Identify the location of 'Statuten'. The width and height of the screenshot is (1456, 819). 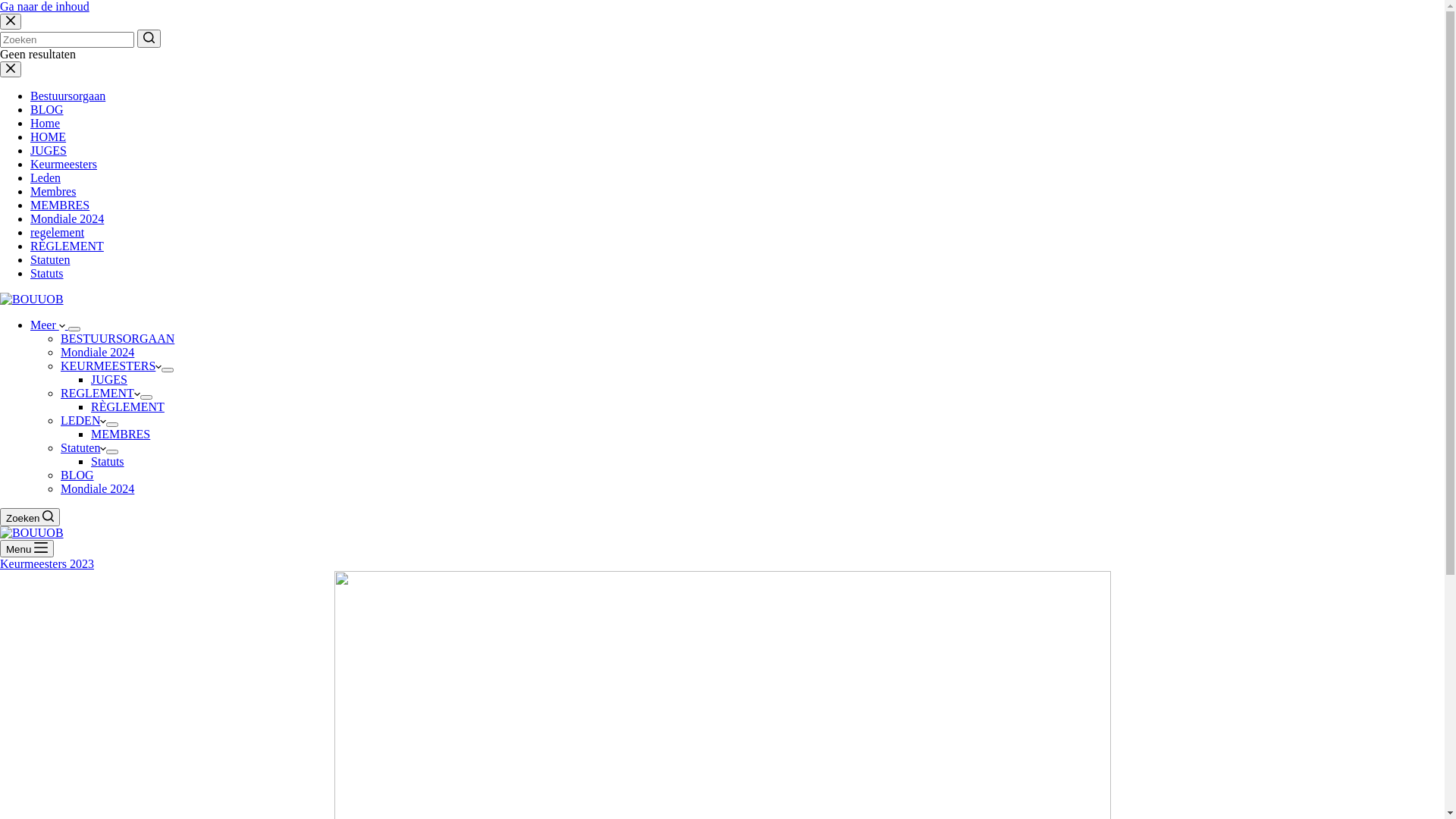
(30, 259).